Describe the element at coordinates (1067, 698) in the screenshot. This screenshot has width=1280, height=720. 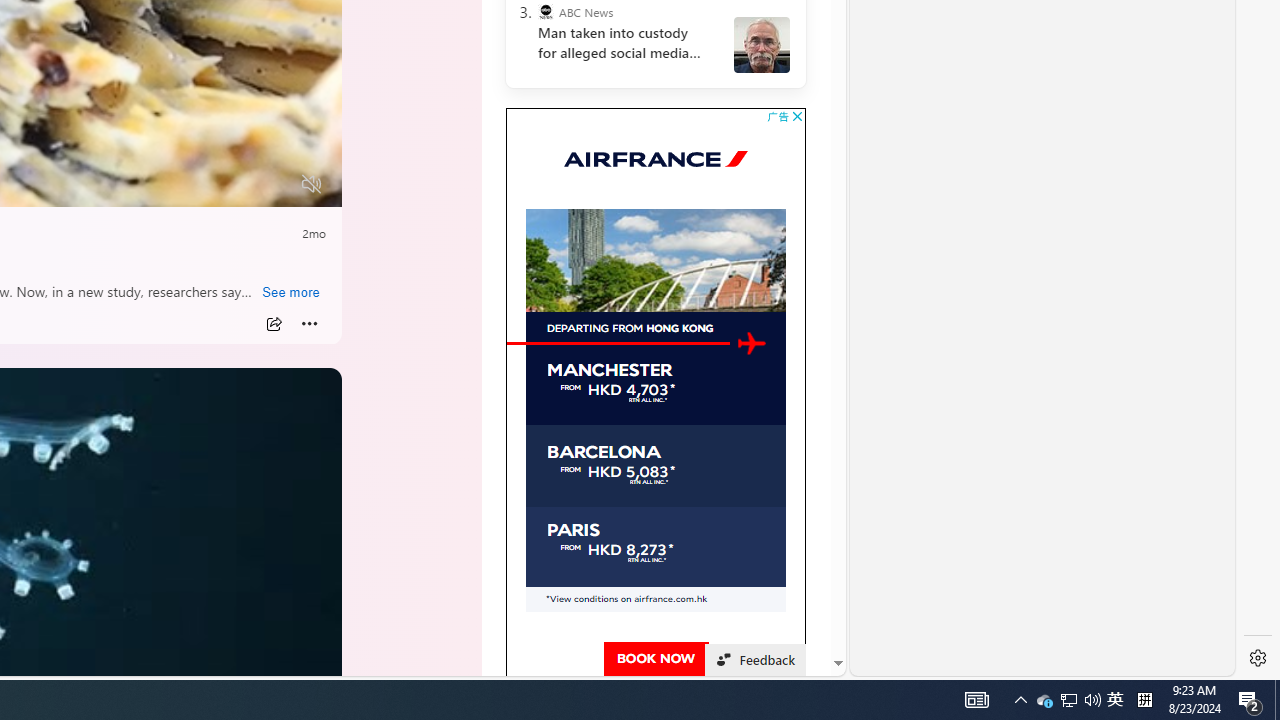
I see `'User Promoted Notification Area'` at that location.